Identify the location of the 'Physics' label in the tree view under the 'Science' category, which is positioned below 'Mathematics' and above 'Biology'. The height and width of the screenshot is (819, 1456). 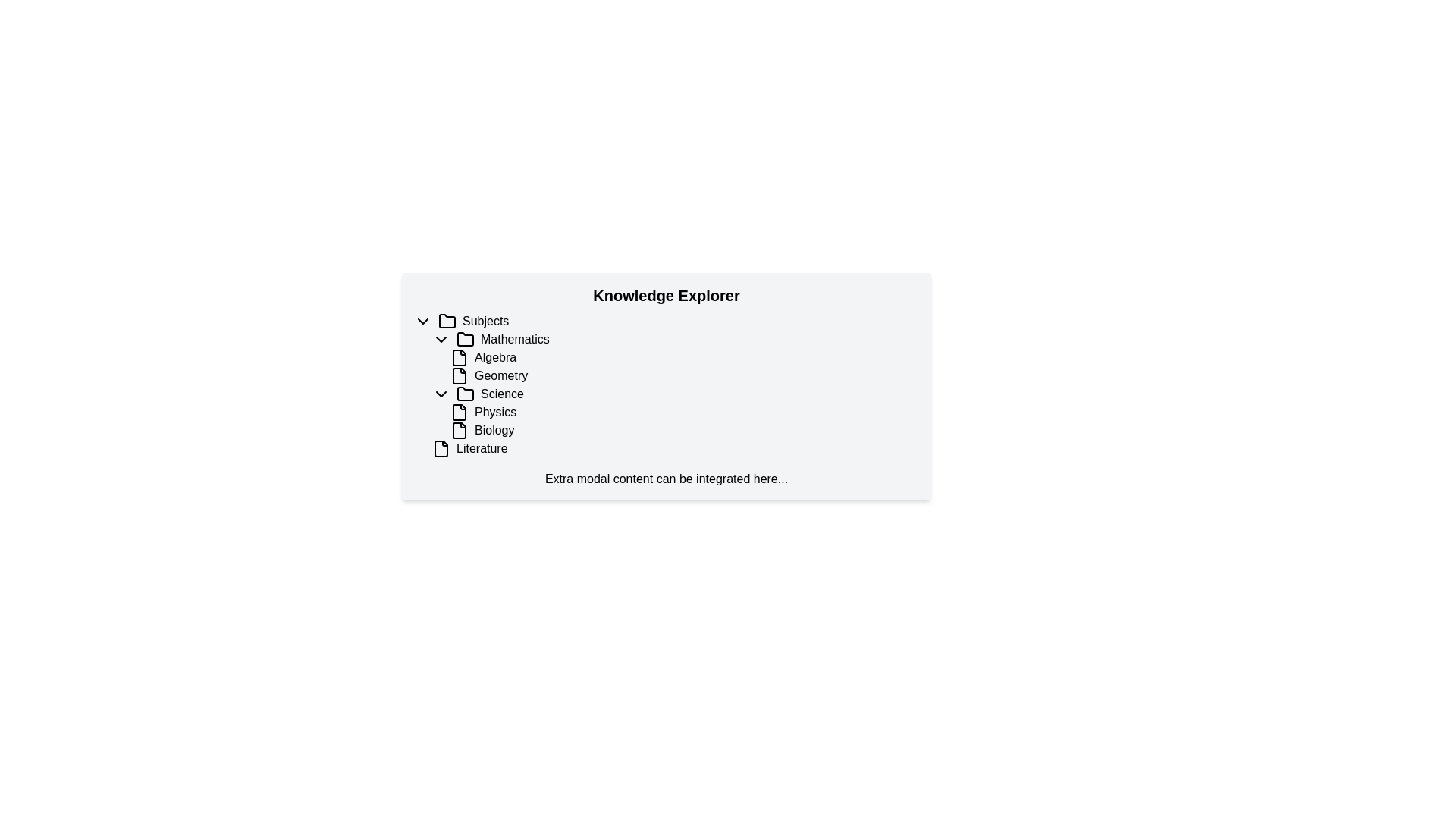
(495, 412).